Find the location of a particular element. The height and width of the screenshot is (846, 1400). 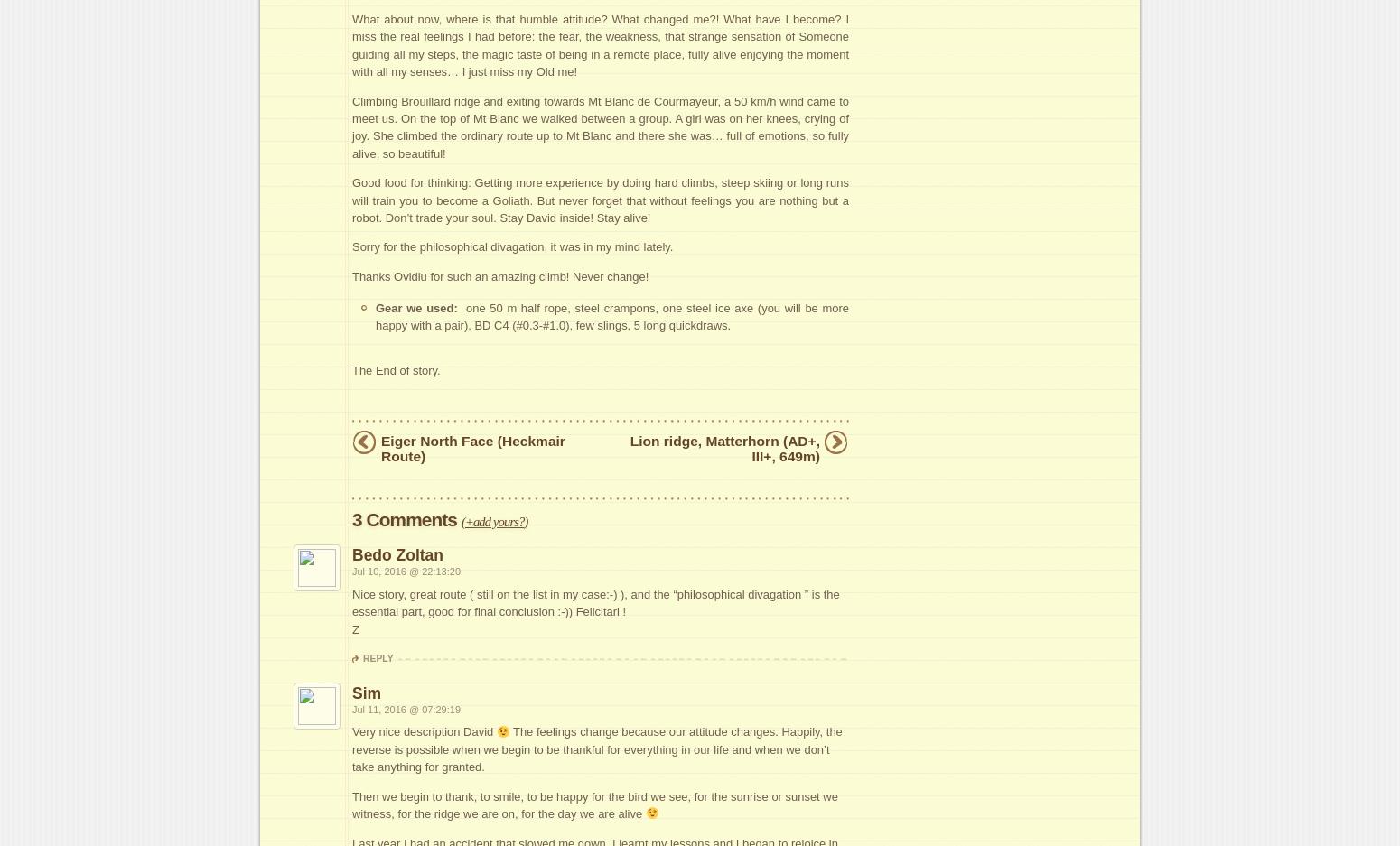

'Good food for thinking: Getting more experience by doing hard climbs, steep skiing or long runs will train you to become a Goliath. But never forget that without feelings you are nothing but a robot. Don’t trade your soul. Stay David inside! Stay alive!' is located at coordinates (599, 199).